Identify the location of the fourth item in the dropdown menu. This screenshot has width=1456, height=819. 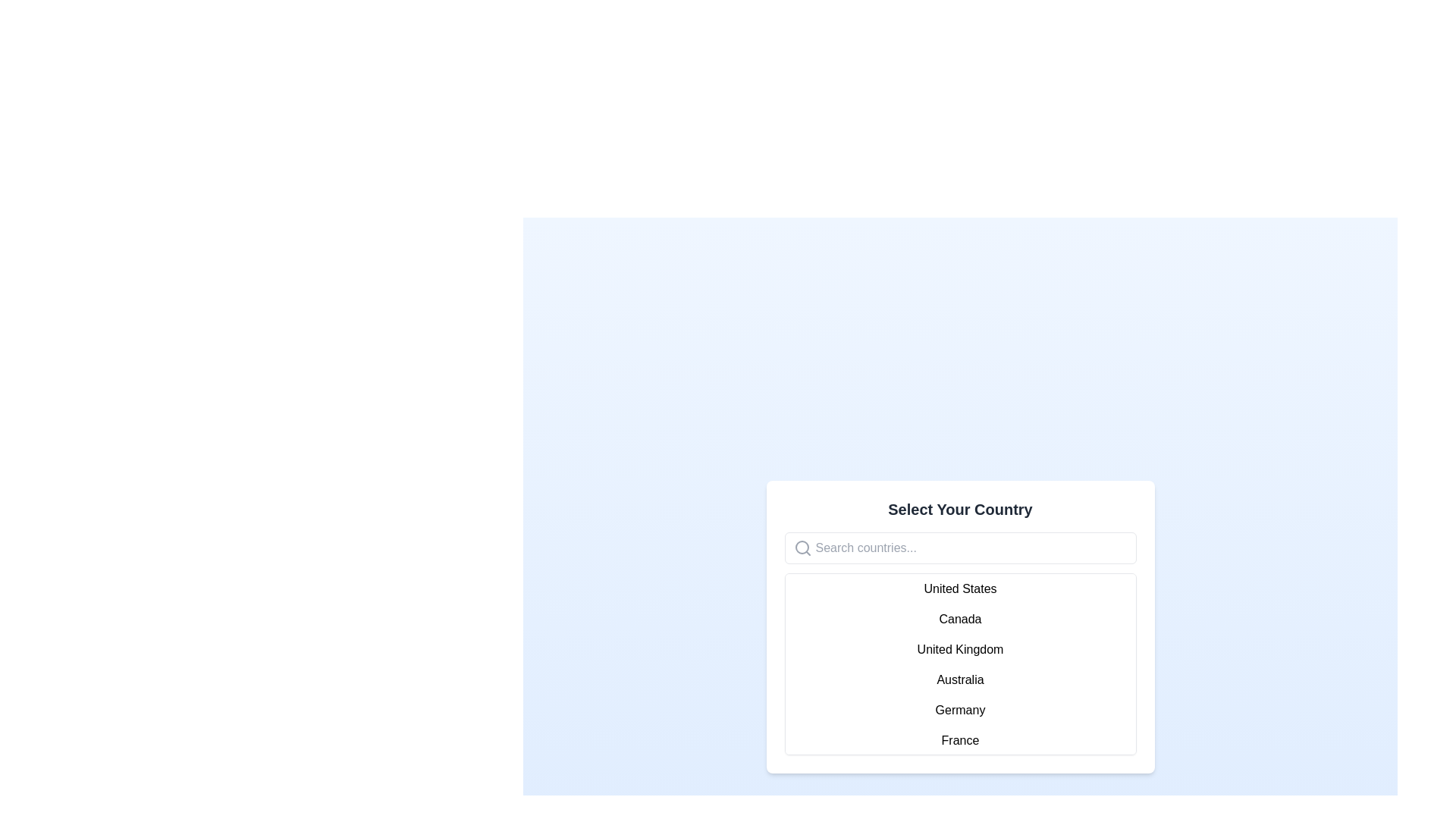
(959, 679).